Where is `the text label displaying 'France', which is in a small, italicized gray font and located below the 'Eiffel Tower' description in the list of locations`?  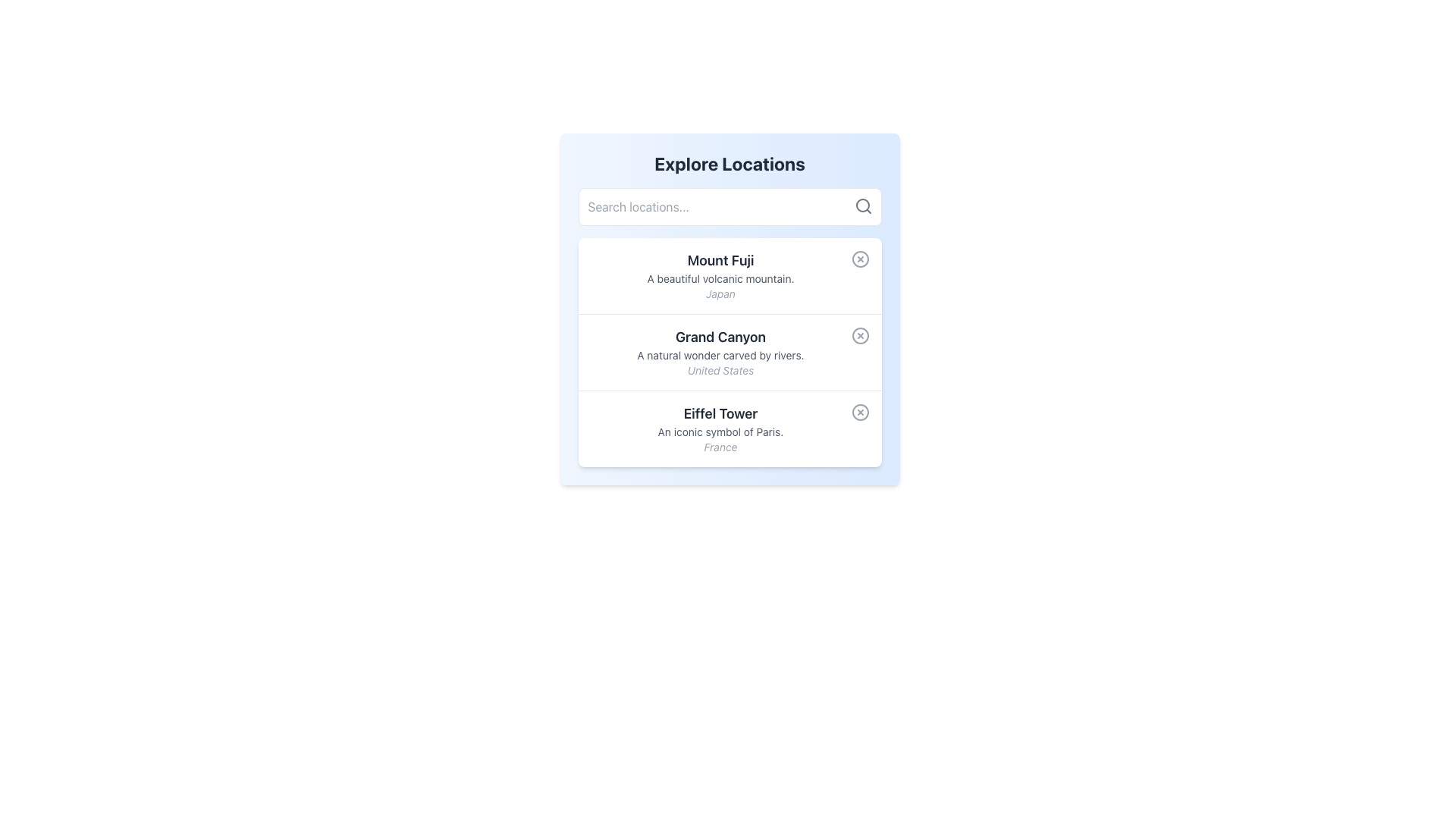 the text label displaying 'France', which is in a small, italicized gray font and located below the 'Eiffel Tower' description in the list of locations is located at coordinates (720, 447).